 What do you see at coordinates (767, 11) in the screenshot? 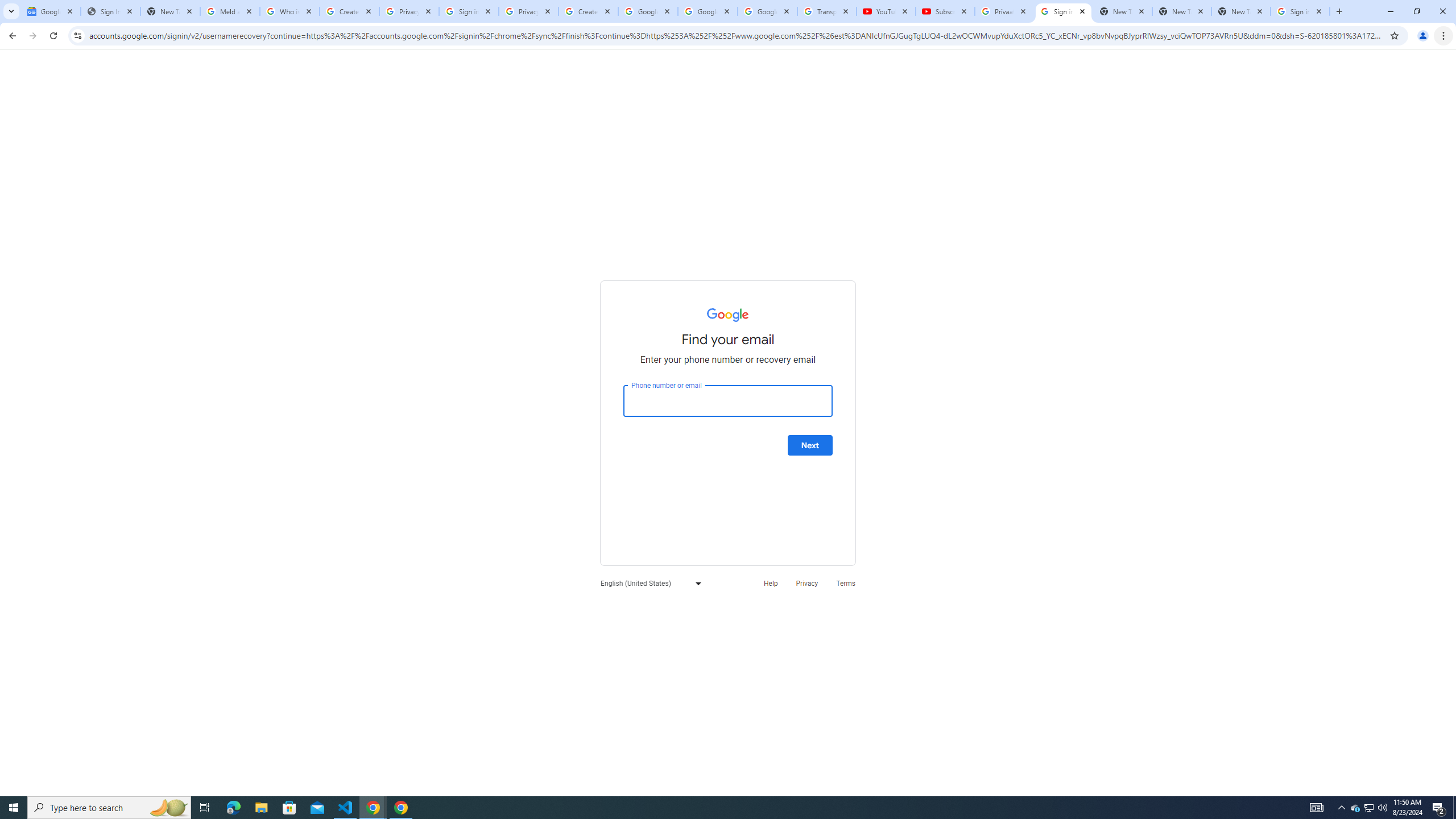
I see `'Google Account'` at bounding box center [767, 11].